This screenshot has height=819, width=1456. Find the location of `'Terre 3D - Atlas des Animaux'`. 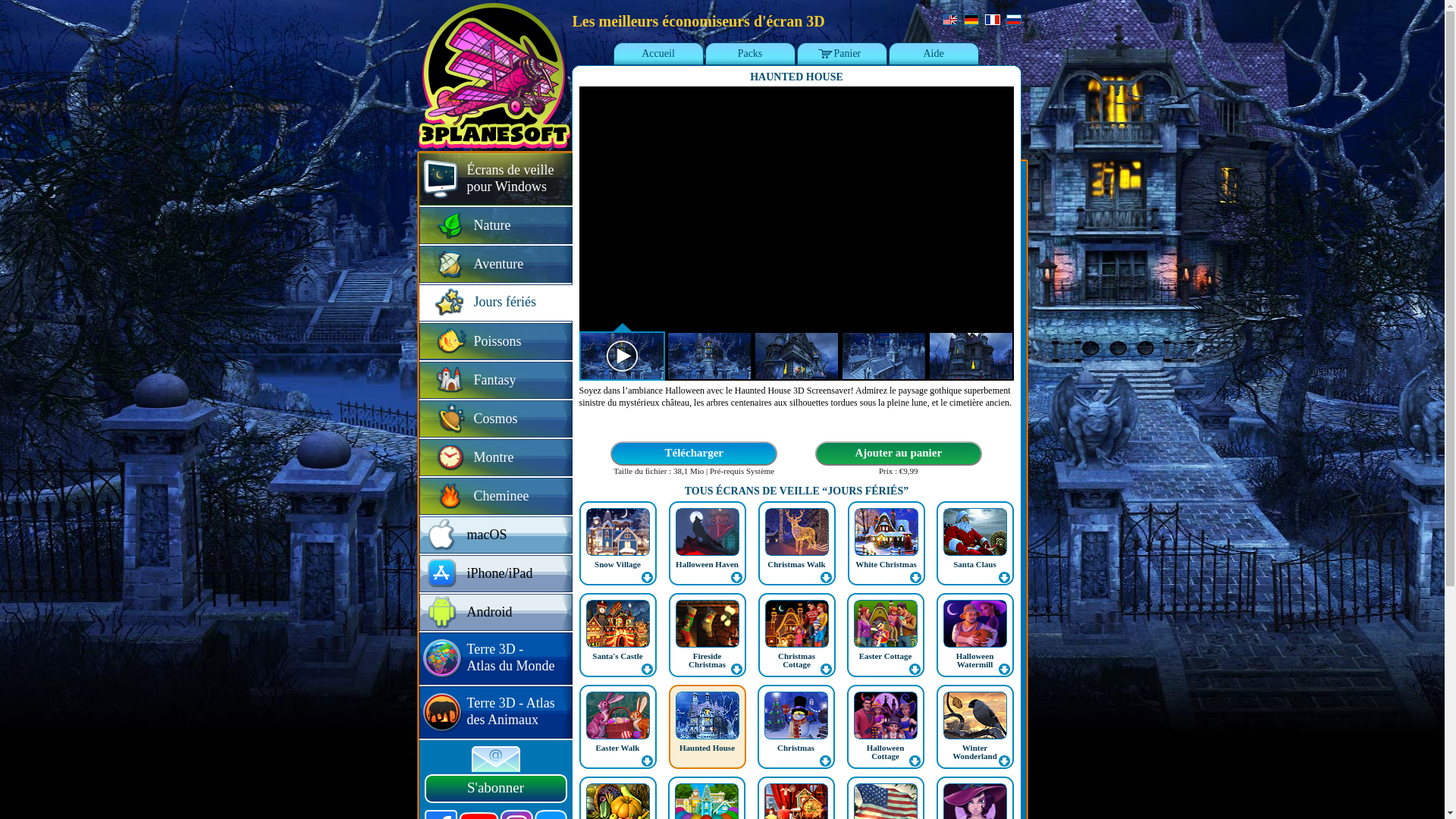

'Terre 3D - Atlas des Animaux' is located at coordinates (419, 713).